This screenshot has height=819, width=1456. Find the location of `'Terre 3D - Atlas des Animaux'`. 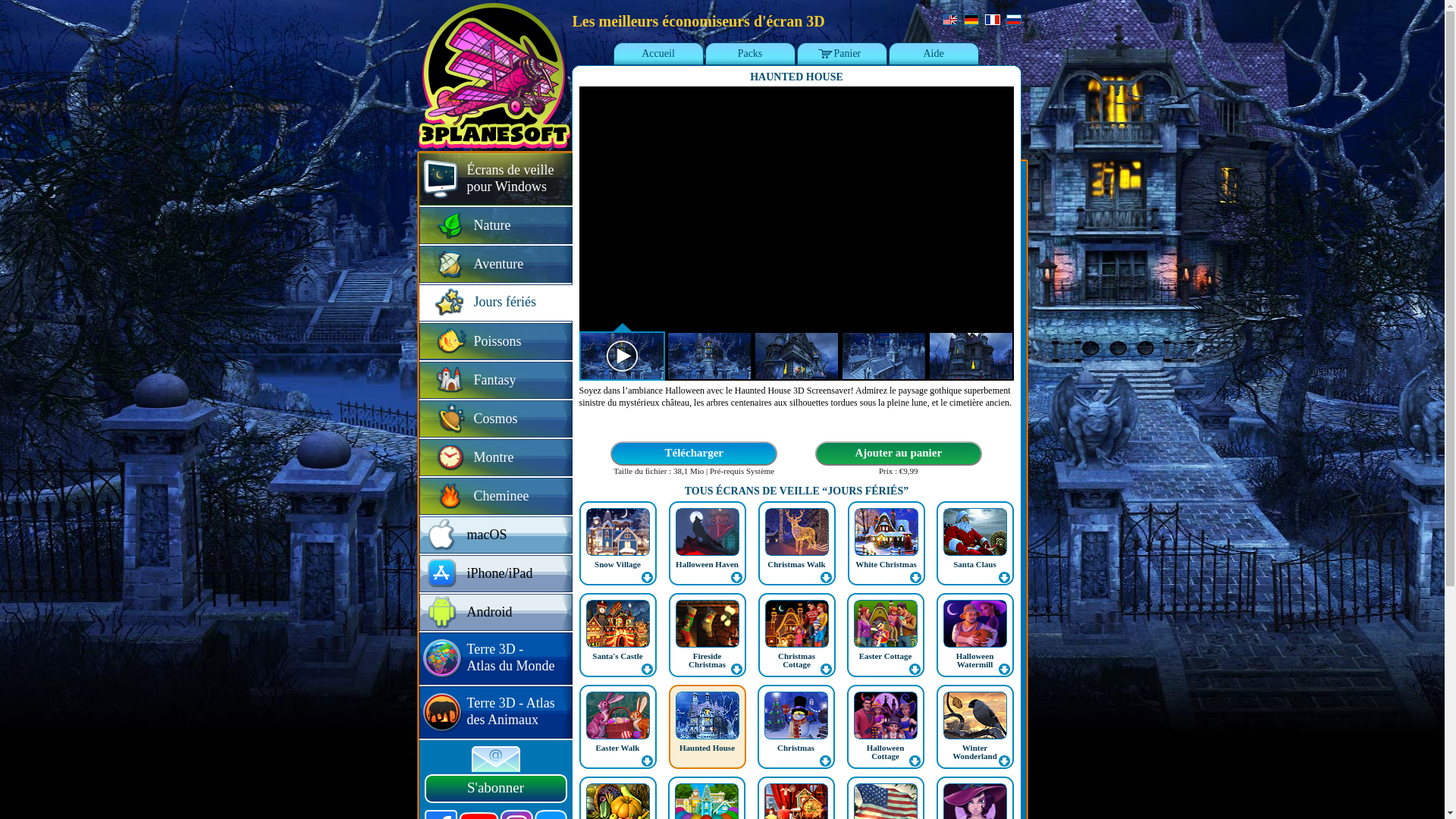

'Terre 3D - Atlas des Animaux' is located at coordinates (419, 713).